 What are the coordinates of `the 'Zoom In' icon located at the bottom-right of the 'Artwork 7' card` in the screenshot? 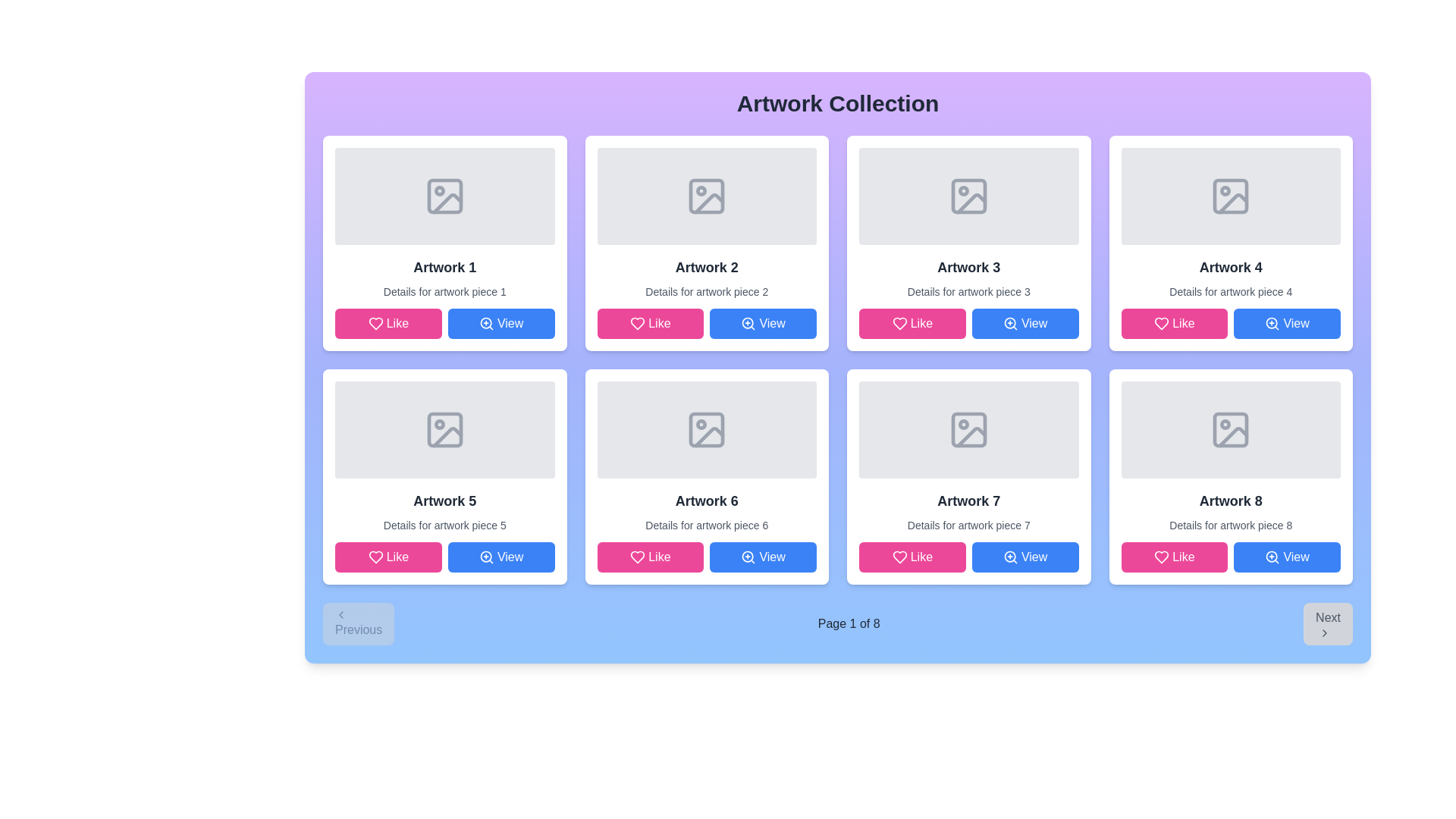 It's located at (1010, 557).